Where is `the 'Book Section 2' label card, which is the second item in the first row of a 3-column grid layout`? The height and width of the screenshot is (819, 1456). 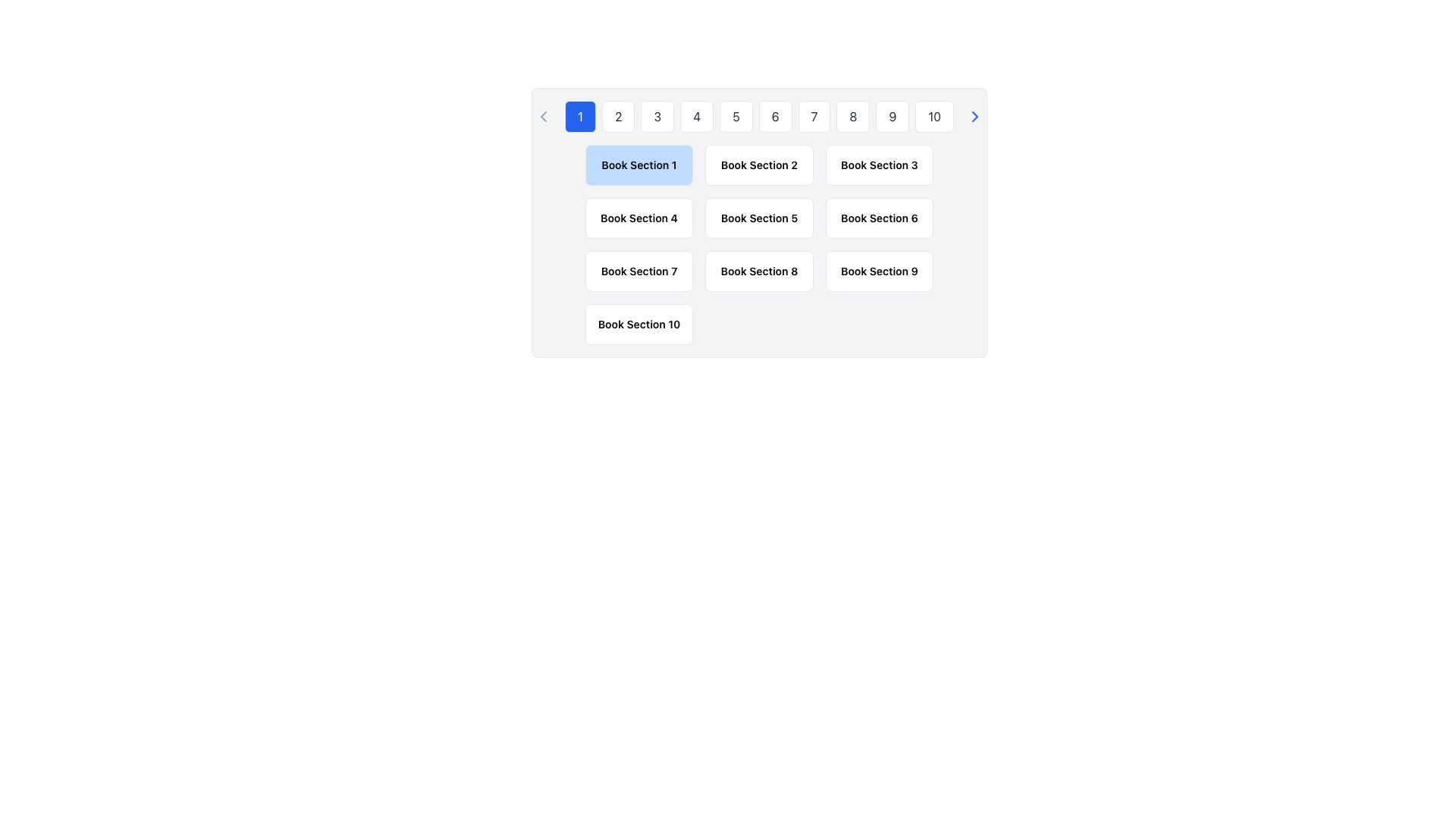 the 'Book Section 2' label card, which is the second item in the first row of a 3-column grid layout is located at coordinates (759, 165).